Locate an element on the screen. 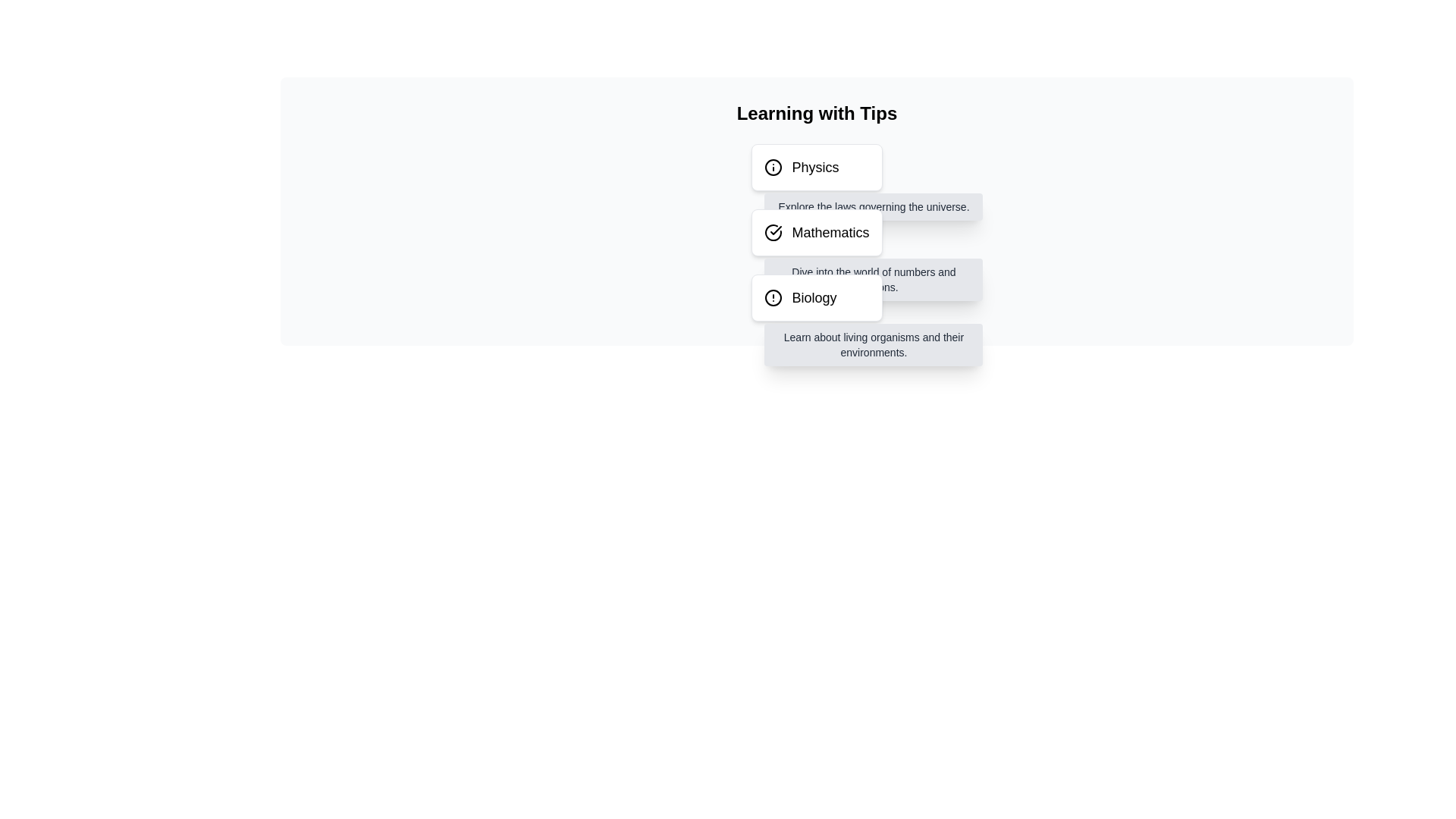  displayed text 'Physics' from the text label that is styled with a moderately large font size and bold typeface, located at the top of a vertically stacked list of entries including 'Mathematics' and 'Biology' is located at coordinates (814, 167).